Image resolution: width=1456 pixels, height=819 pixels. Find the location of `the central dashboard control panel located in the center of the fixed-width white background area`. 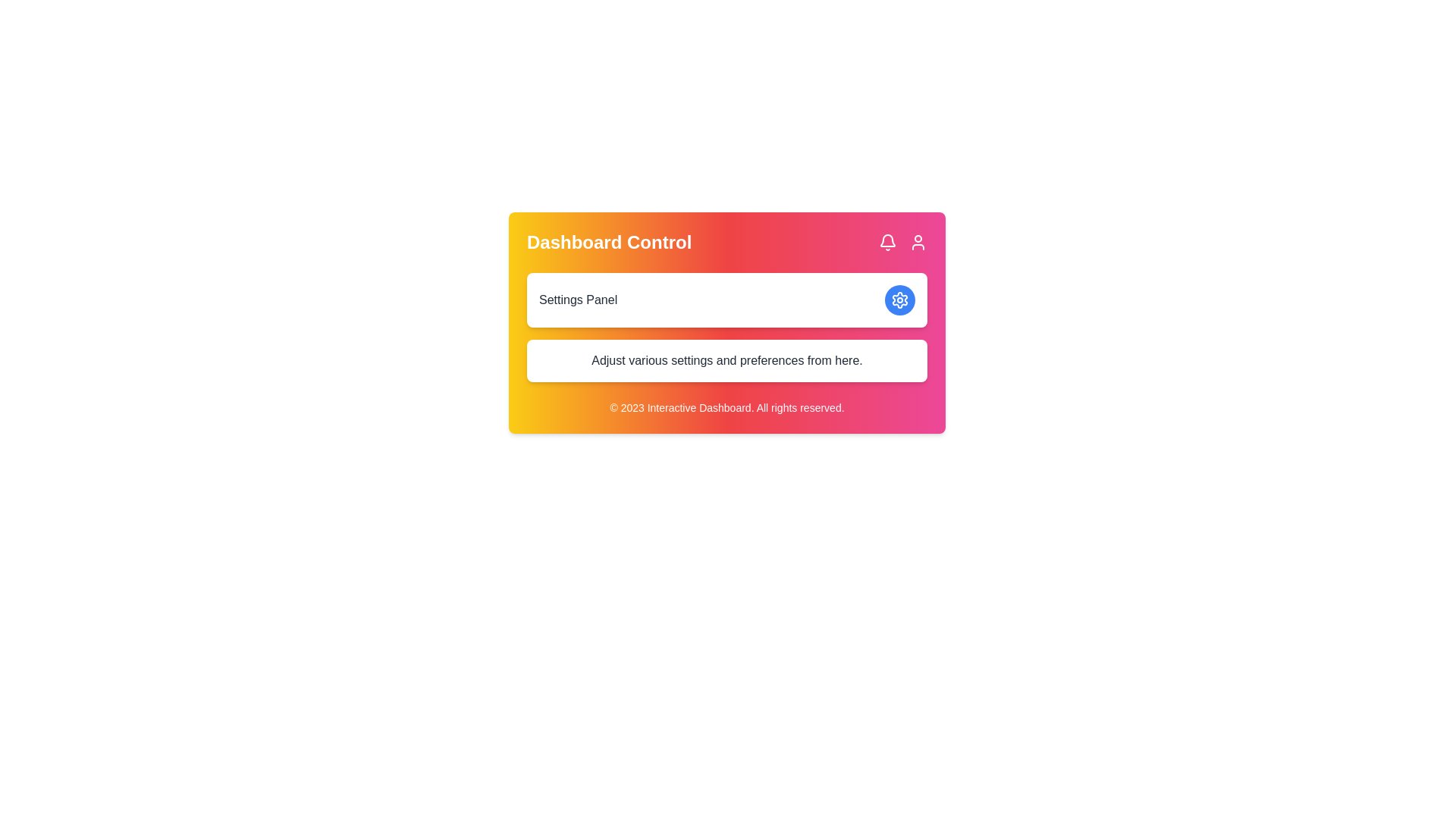

the central dashboard control panel located in the center of the fixed-width white background area is located at coordinates (726, 322).